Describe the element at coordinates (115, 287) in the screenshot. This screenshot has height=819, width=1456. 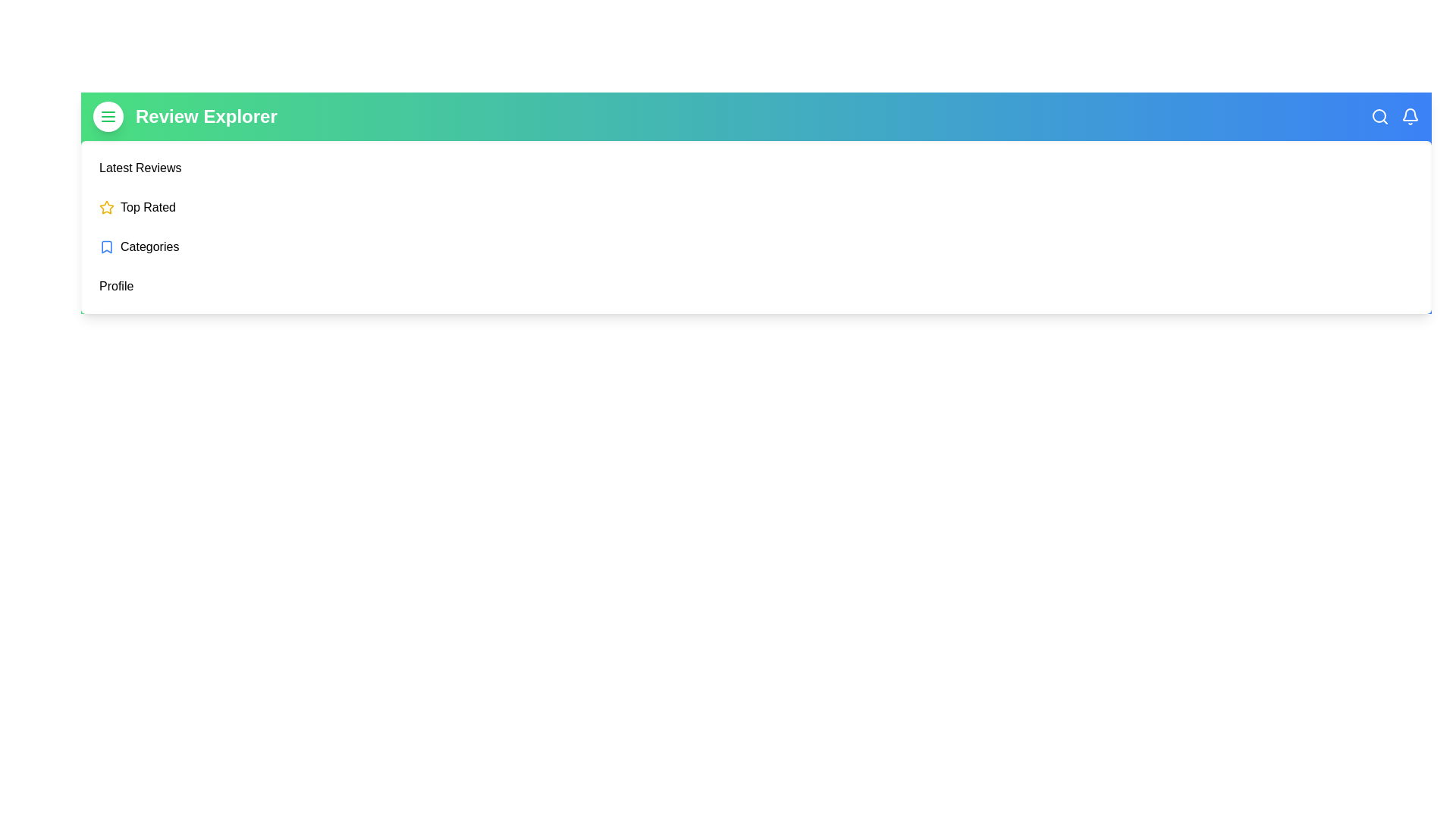
I see `the menu item corresponding to Profile to navigate to that section` at that location.